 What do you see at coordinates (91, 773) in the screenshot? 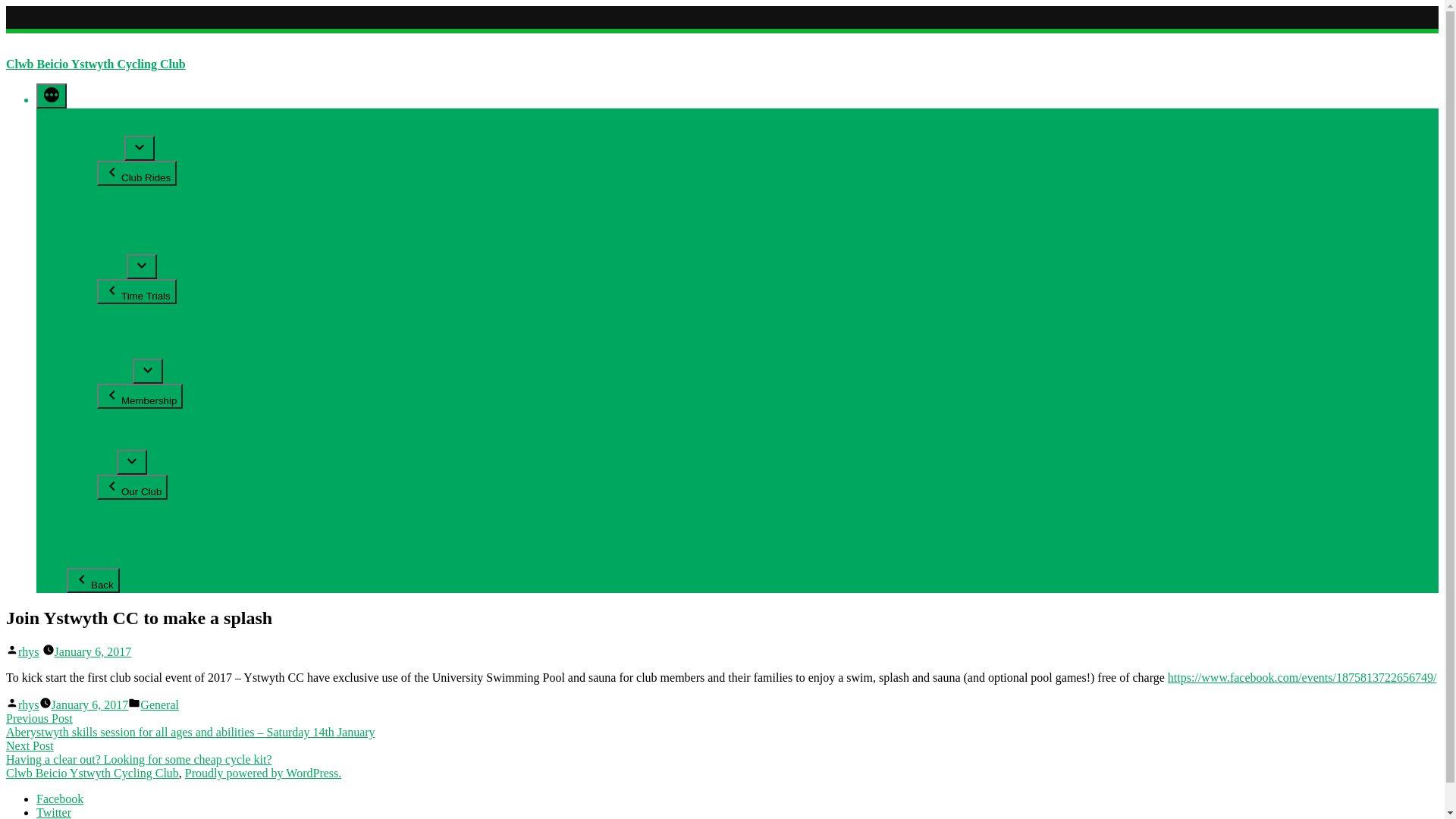
I see `'Clwb Beicio Ystwyth Cycling Club'` at bounding box center [91, 773].